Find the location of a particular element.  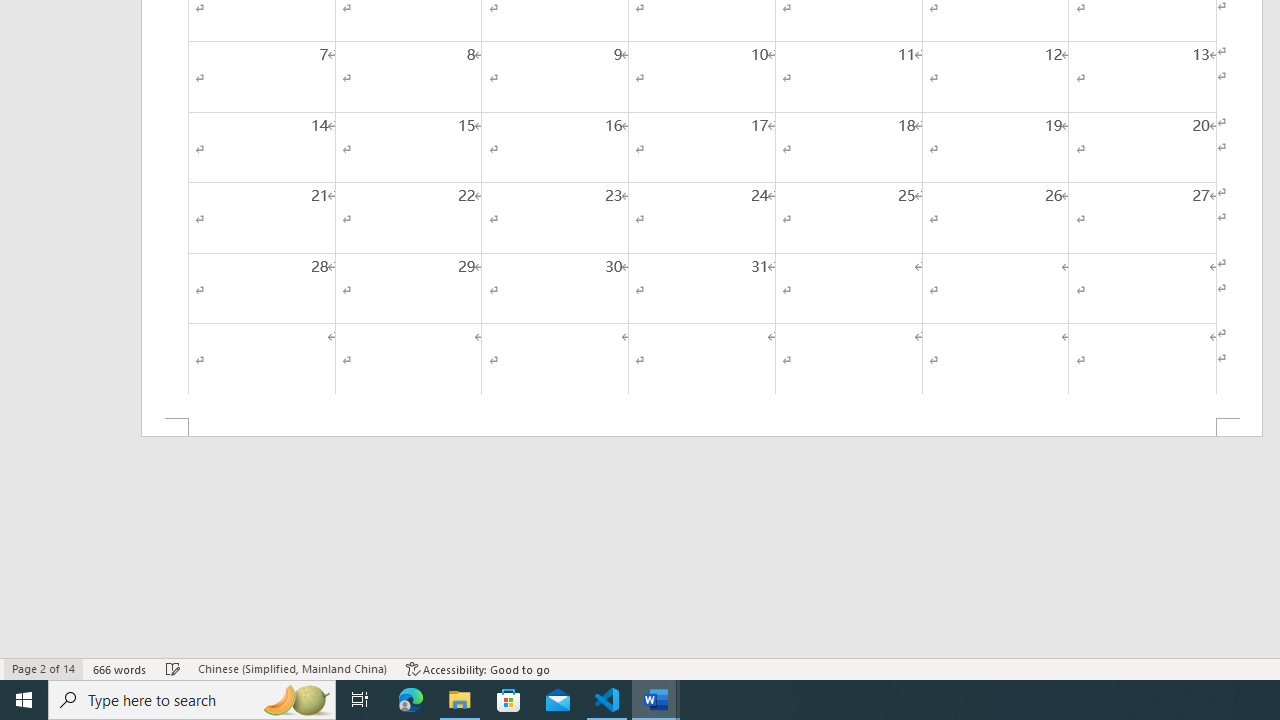

'Word Count 666 words' is located at coordinates (119, 669).